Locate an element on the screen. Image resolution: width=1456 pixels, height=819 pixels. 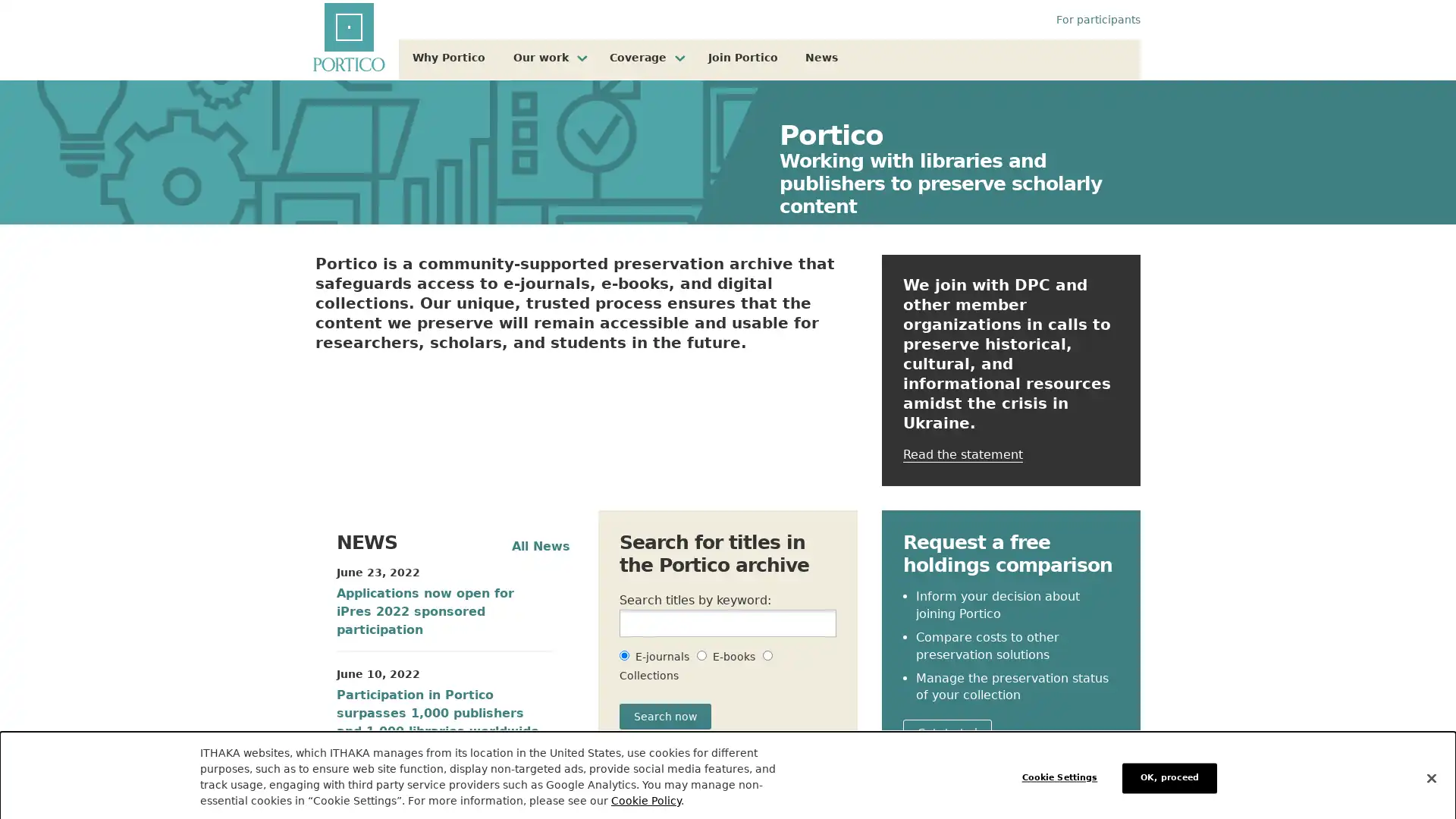
Search now is located at coordinates (665, 717).